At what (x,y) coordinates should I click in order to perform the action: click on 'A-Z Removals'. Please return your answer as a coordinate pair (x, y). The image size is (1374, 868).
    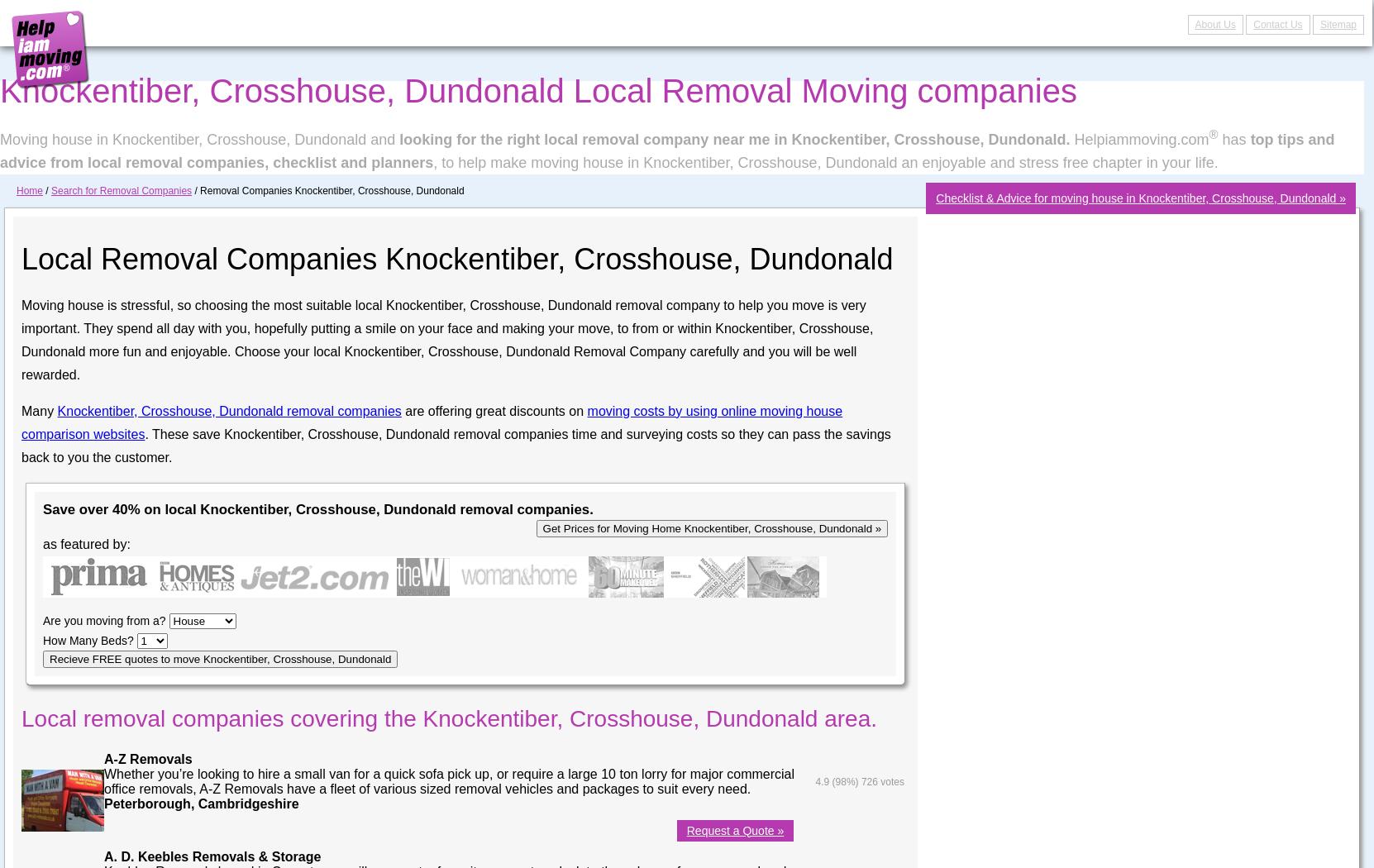
    Looking at the image, I should click on (146, 758).